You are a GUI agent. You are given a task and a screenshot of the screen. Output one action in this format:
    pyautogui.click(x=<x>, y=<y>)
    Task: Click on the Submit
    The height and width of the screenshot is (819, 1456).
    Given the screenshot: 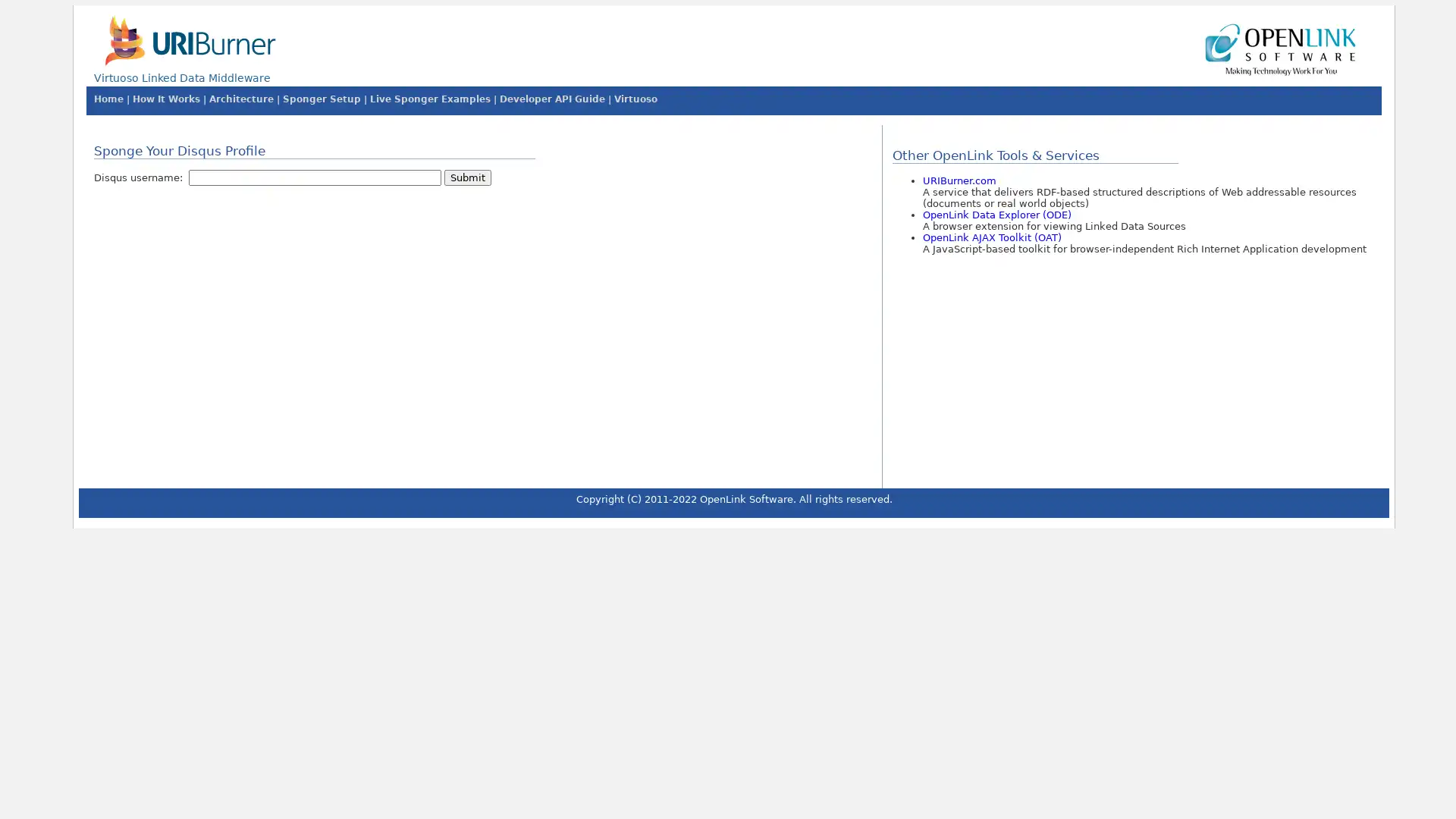 What is the action you would take?
    pyautogui.click(x=466, y=177)
    